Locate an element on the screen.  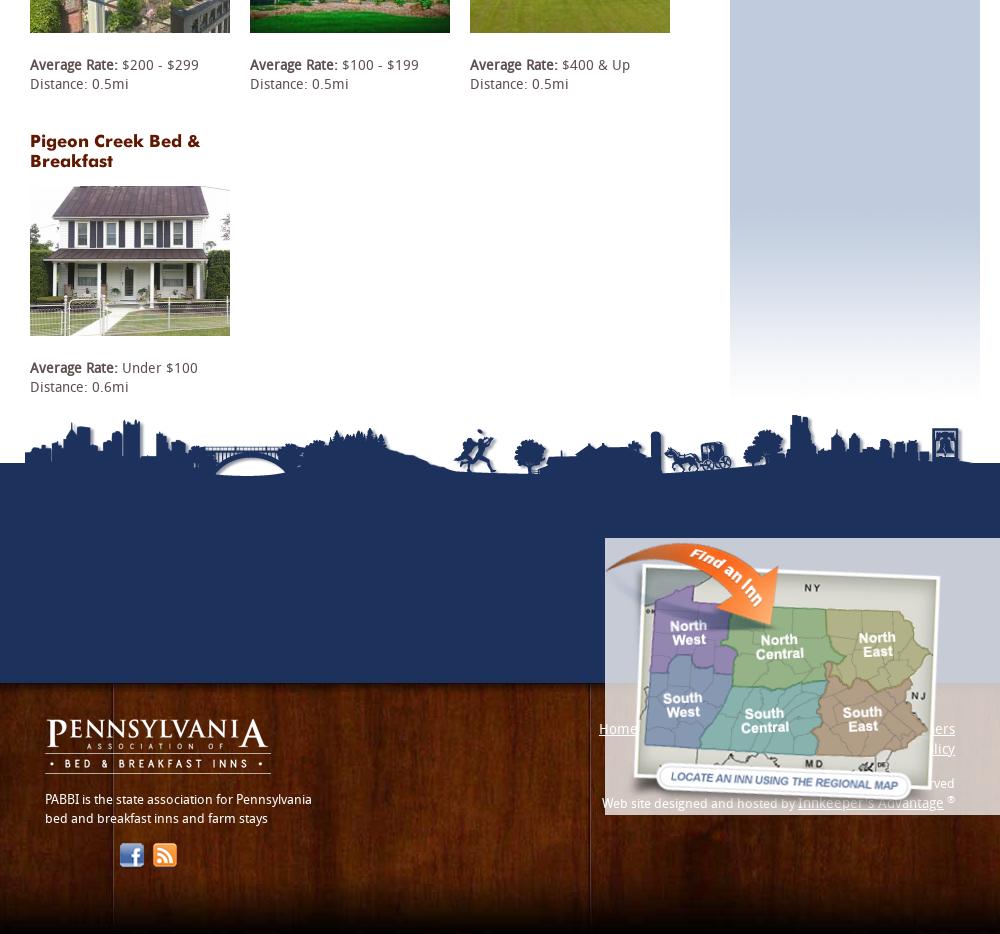
'Privacy Policy' is located at coordinates (912, 747).